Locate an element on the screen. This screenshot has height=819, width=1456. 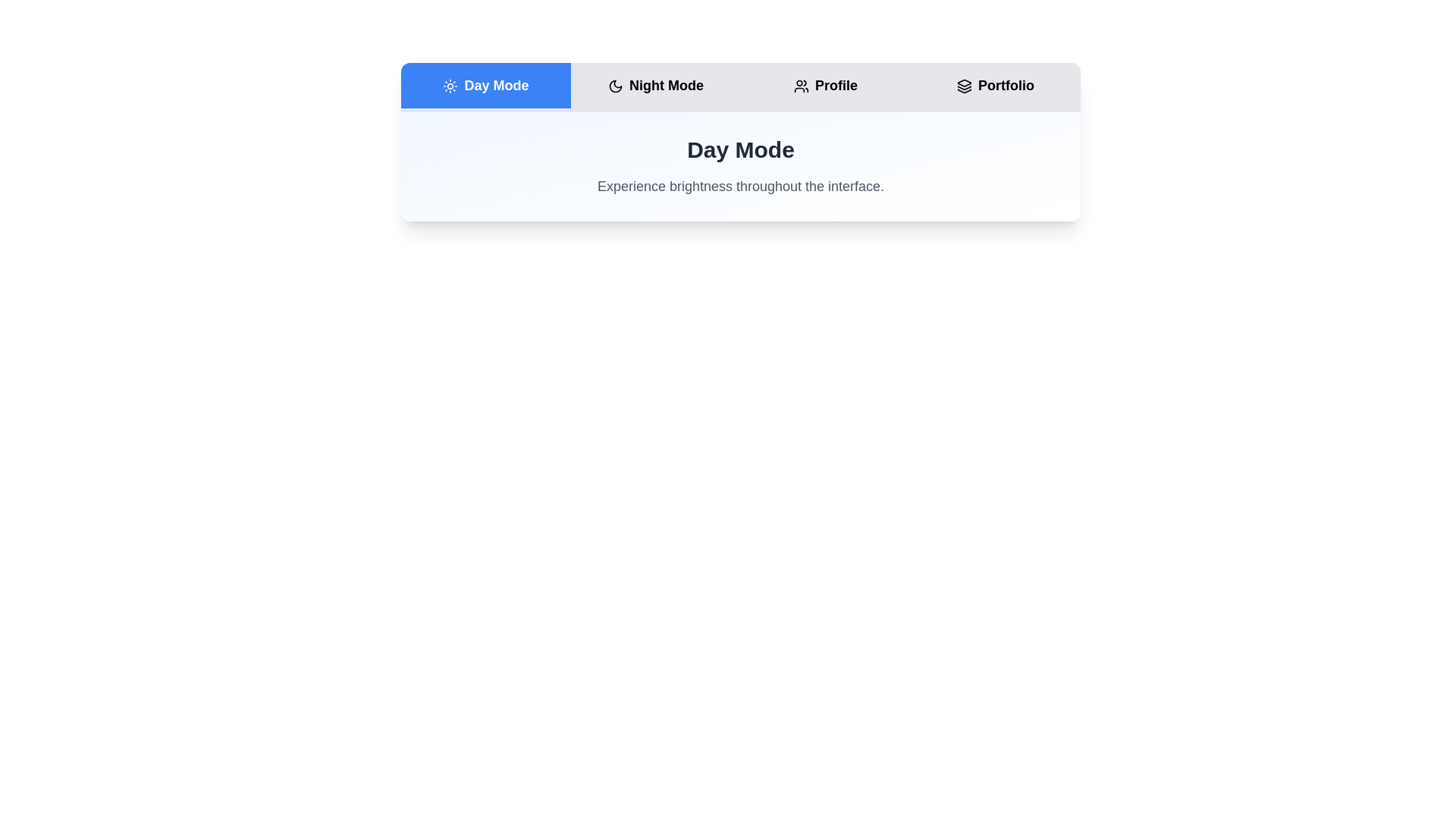
the tab labeled Portfolio is located at coordinates (996, 85).